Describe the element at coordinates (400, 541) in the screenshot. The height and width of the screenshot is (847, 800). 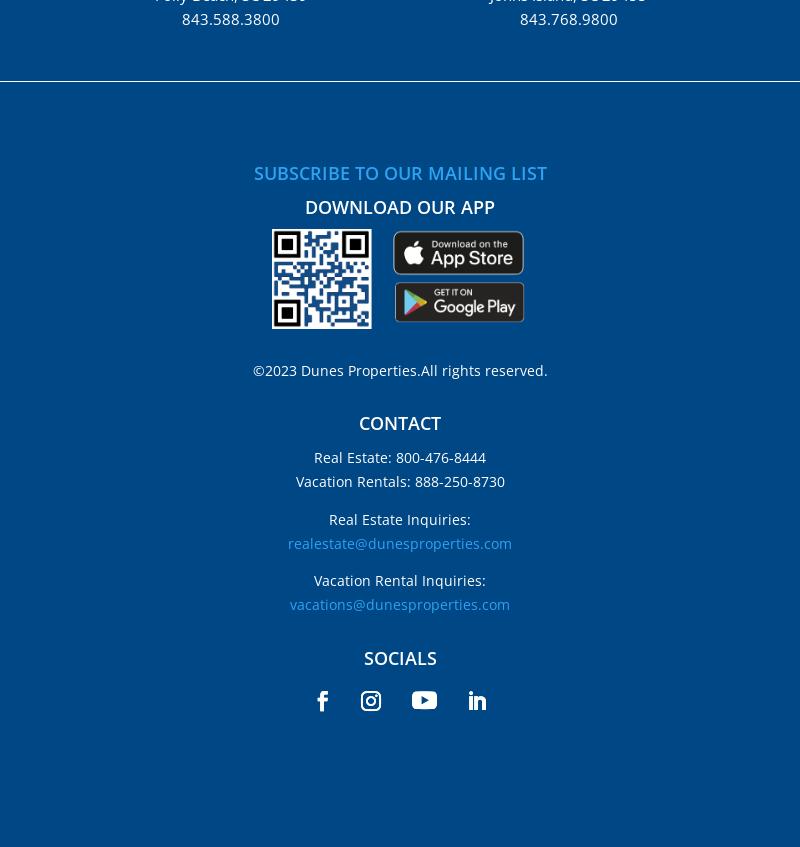
I see `'realestate@dunesproperties.com'` at that location.